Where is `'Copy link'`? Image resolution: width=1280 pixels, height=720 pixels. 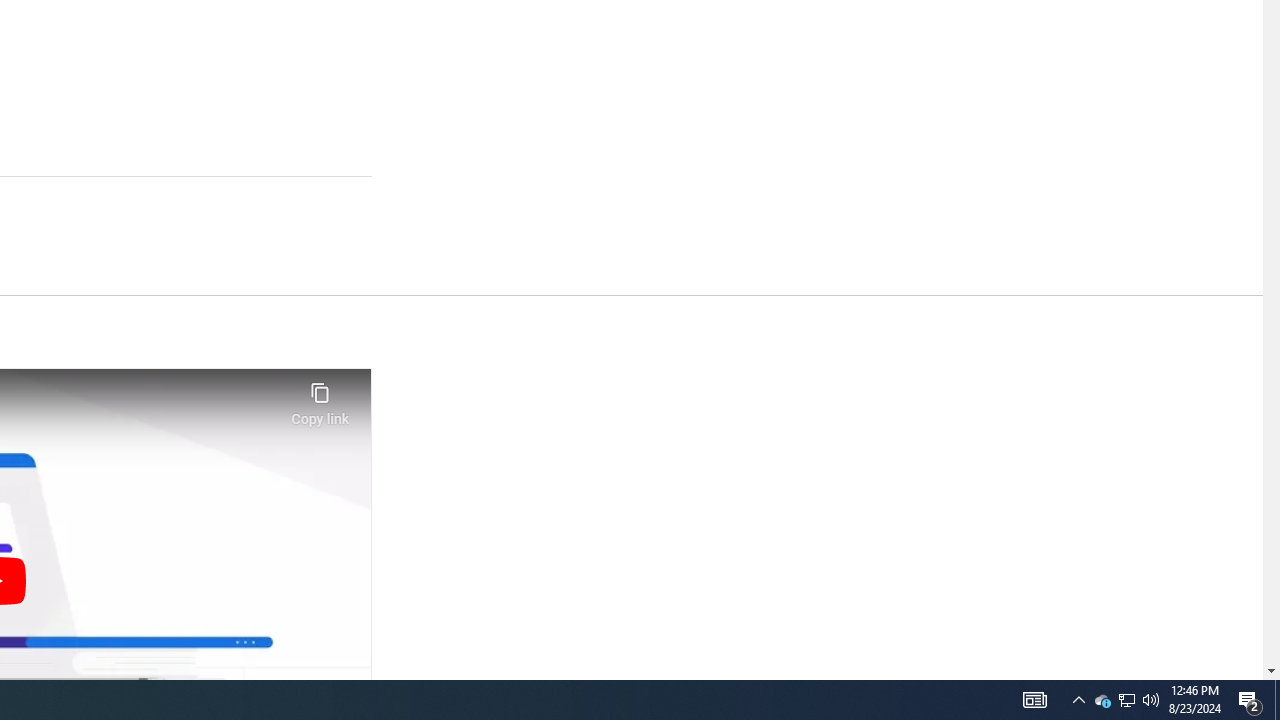 'Copy link' is located at coordinates (320, 398).